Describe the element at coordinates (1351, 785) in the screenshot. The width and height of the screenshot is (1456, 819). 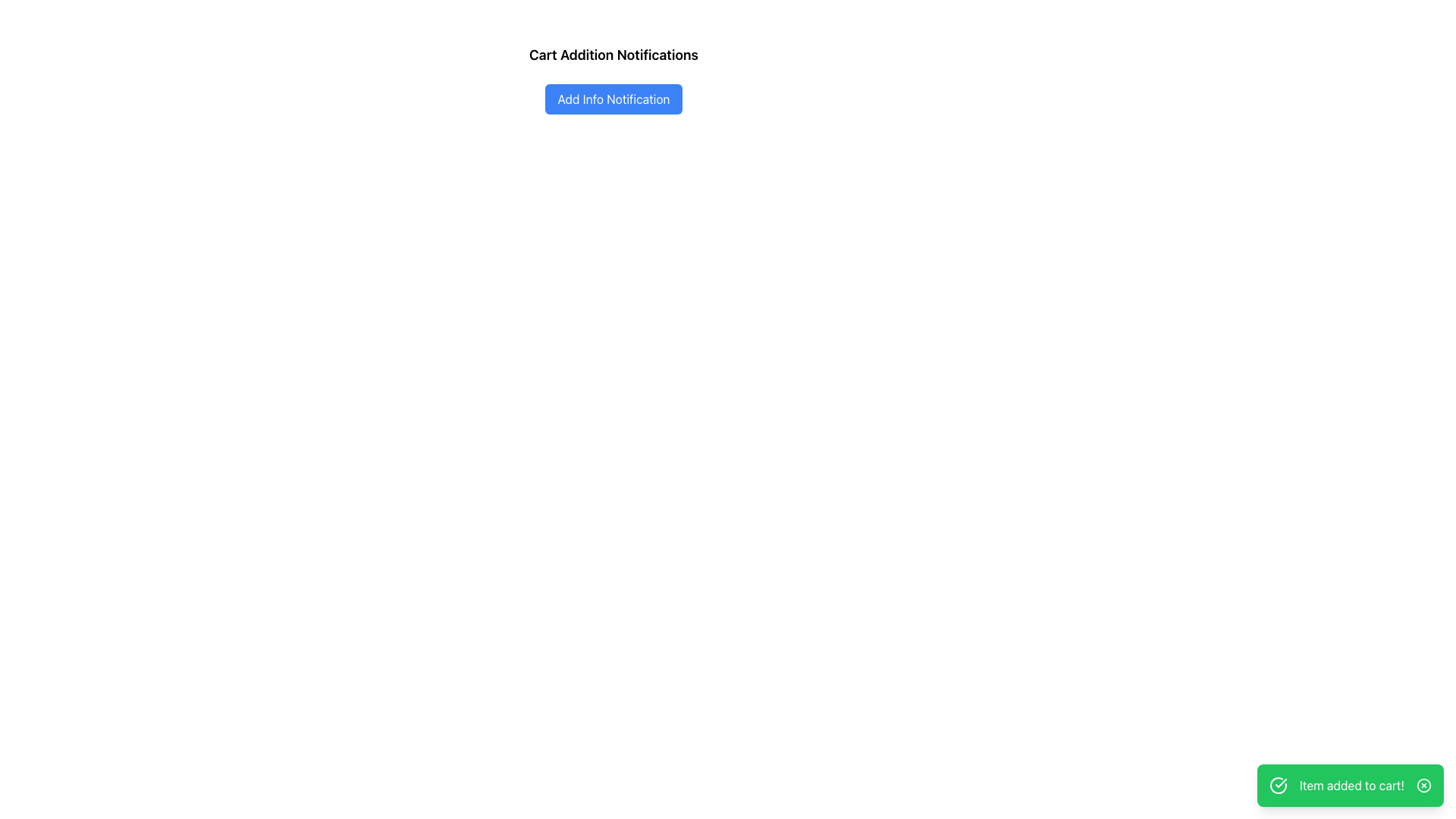
I see `the text label that indicates a successful addition of an item to the shopping cart, located in the bottom-right notification box` at that location.